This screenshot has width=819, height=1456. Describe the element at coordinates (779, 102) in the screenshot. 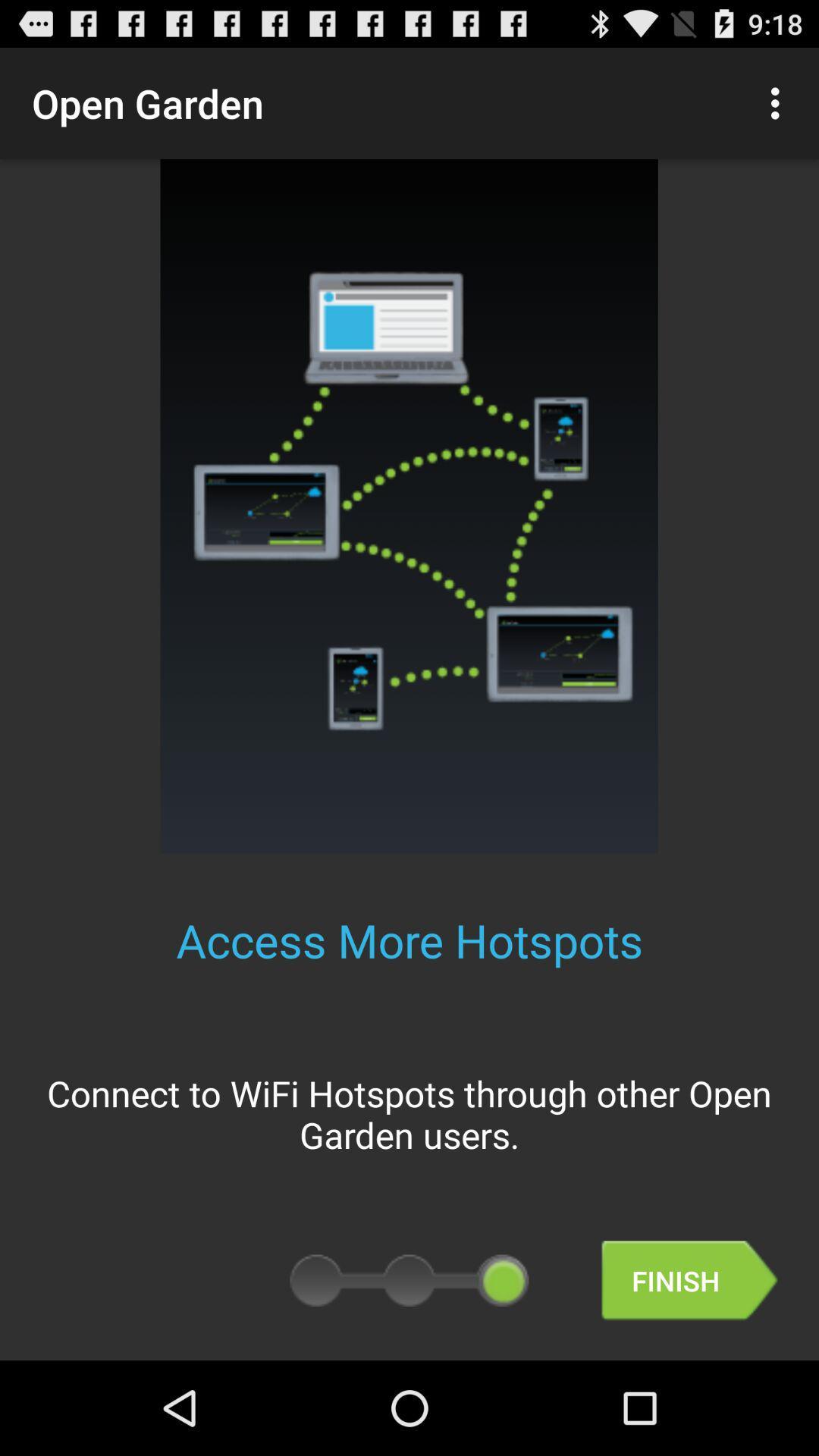

I see `the icon above the access more hotspots icon` at that location.